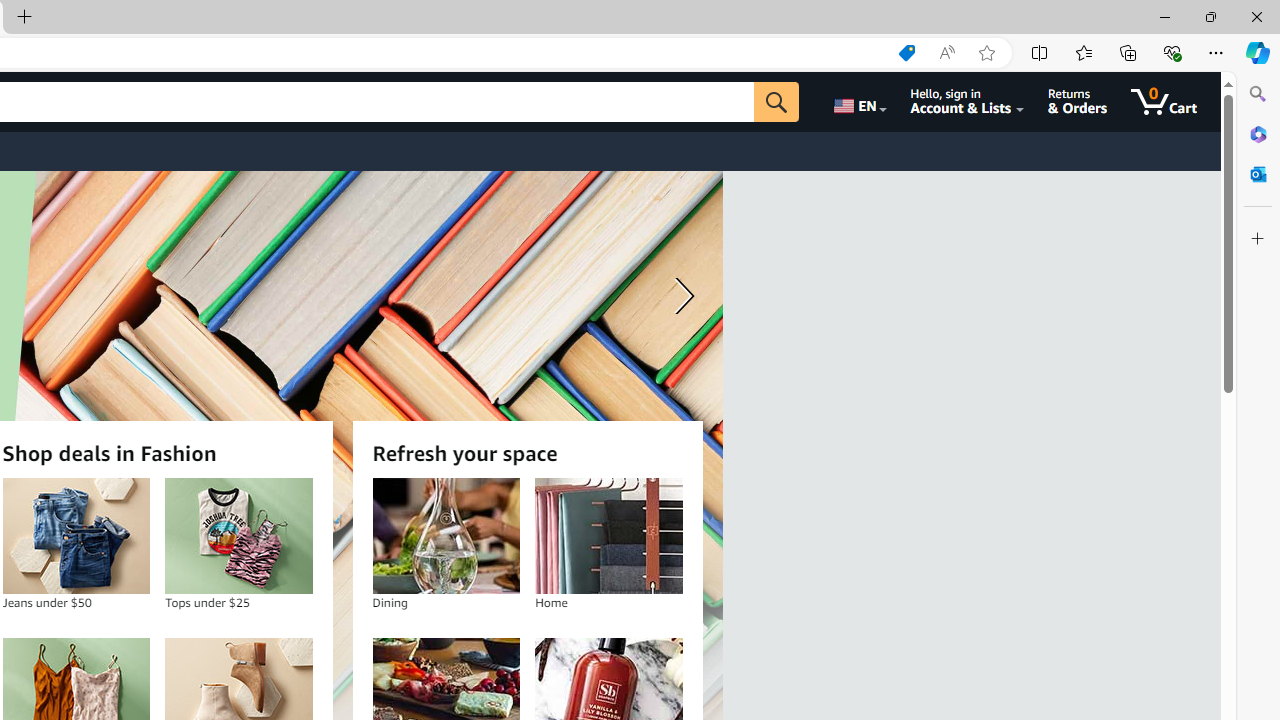 This screenshot has height=720, width=1280. I want to click on 'Hello, sign in Account & Lists', so click(967, 101).